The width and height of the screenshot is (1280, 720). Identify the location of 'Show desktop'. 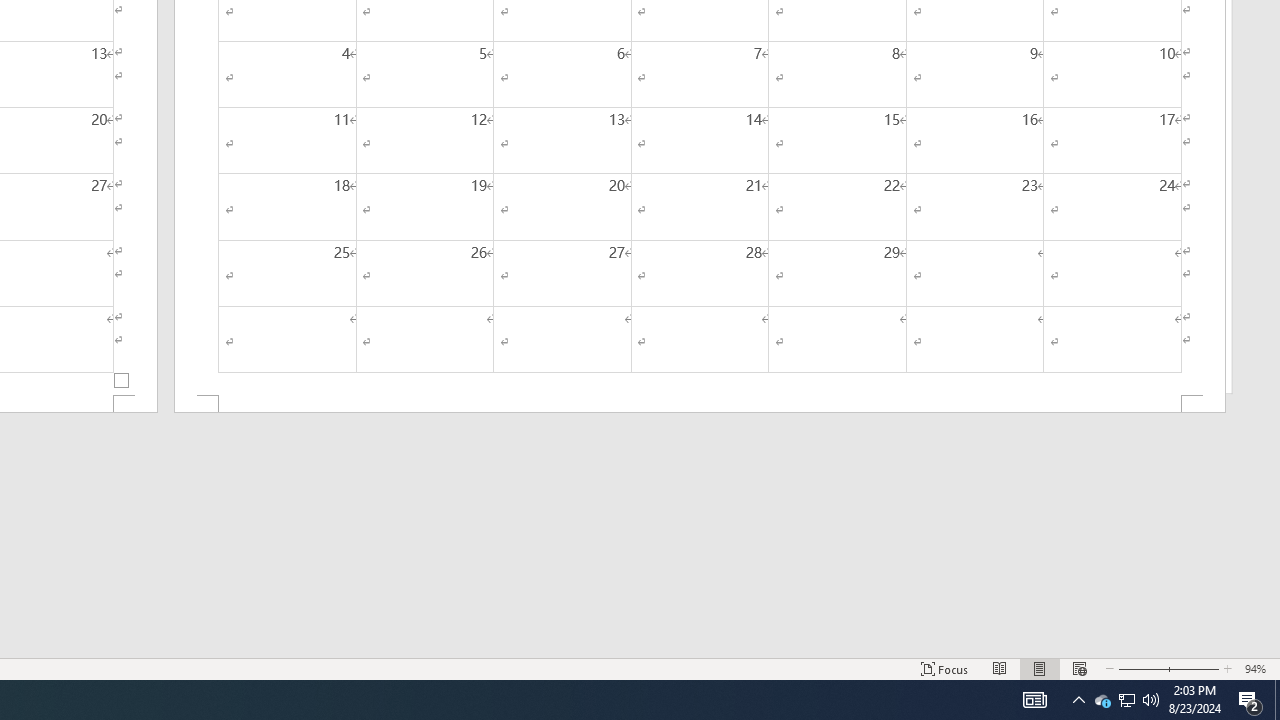
(1276, 698).